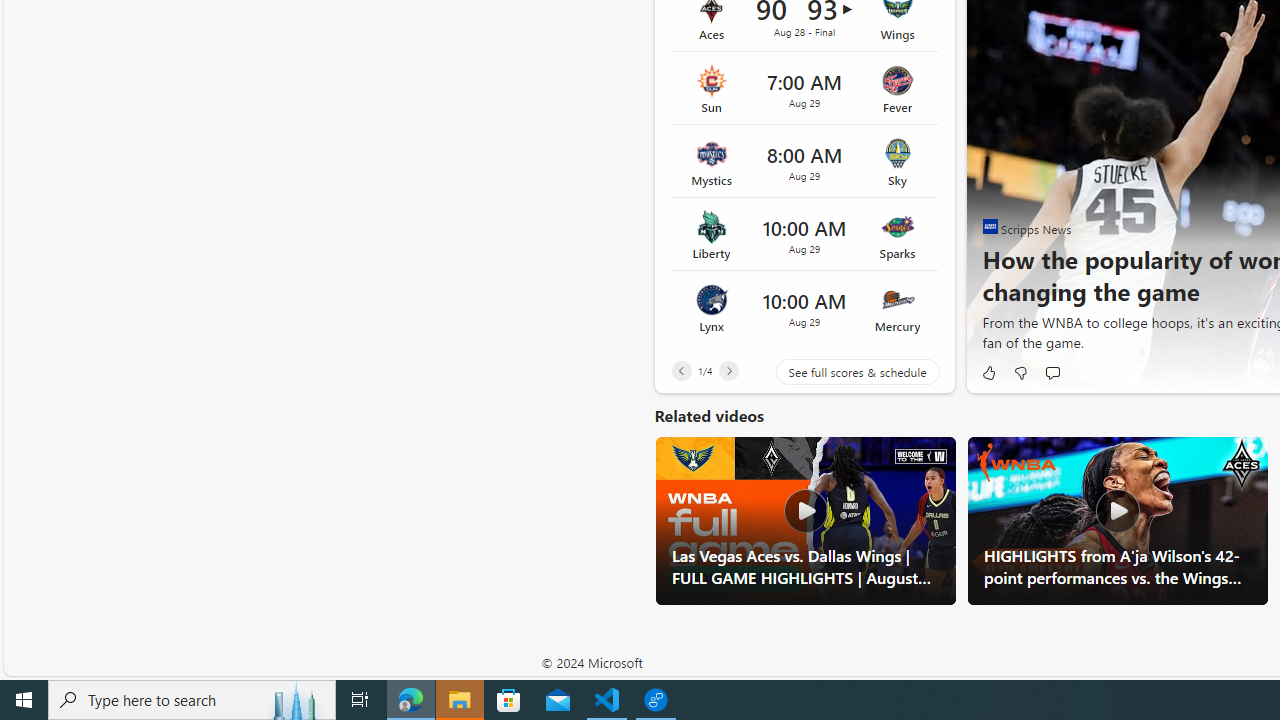  I want to click on 'Lynx vs Mercury Time 10:00 AM Date Aug 29', so click(804, 307).